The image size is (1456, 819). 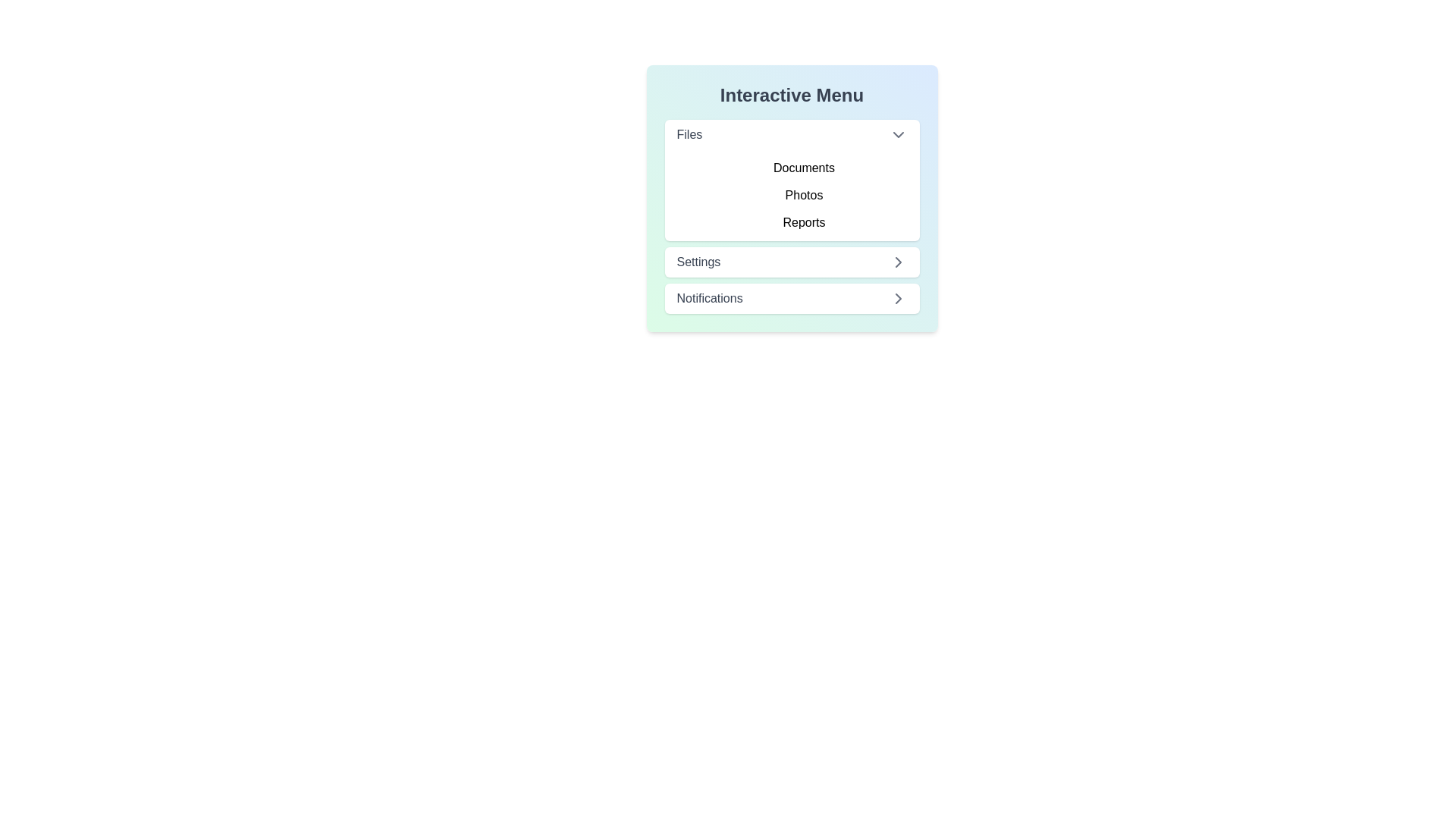 I want to click on the navigation indicator located to the right of the 'Notifications' text label in the vertical menu structure, so click(x=898, y=298).